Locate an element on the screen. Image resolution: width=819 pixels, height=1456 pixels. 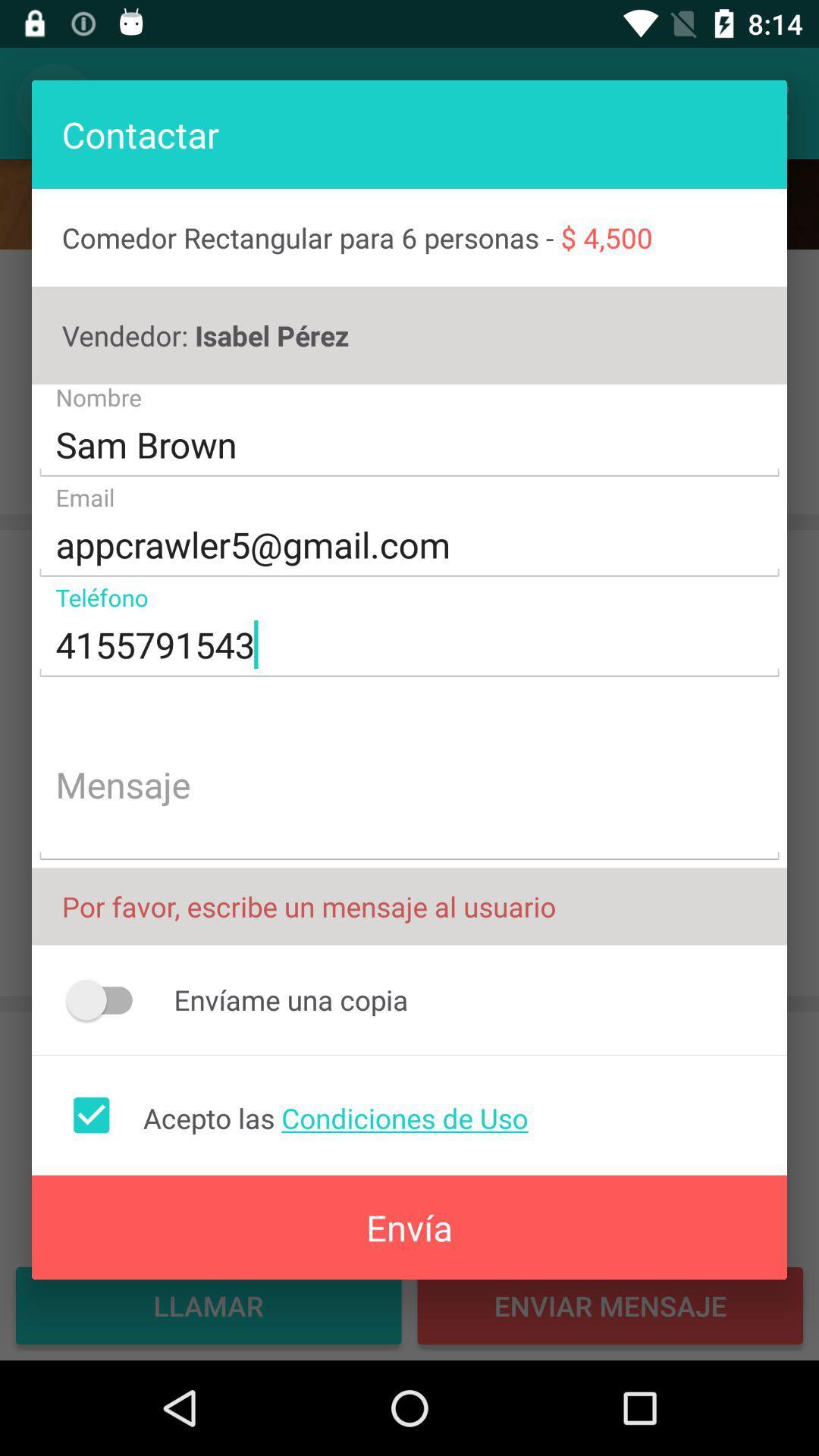
the sam brown is located at coordinates (409, 444).